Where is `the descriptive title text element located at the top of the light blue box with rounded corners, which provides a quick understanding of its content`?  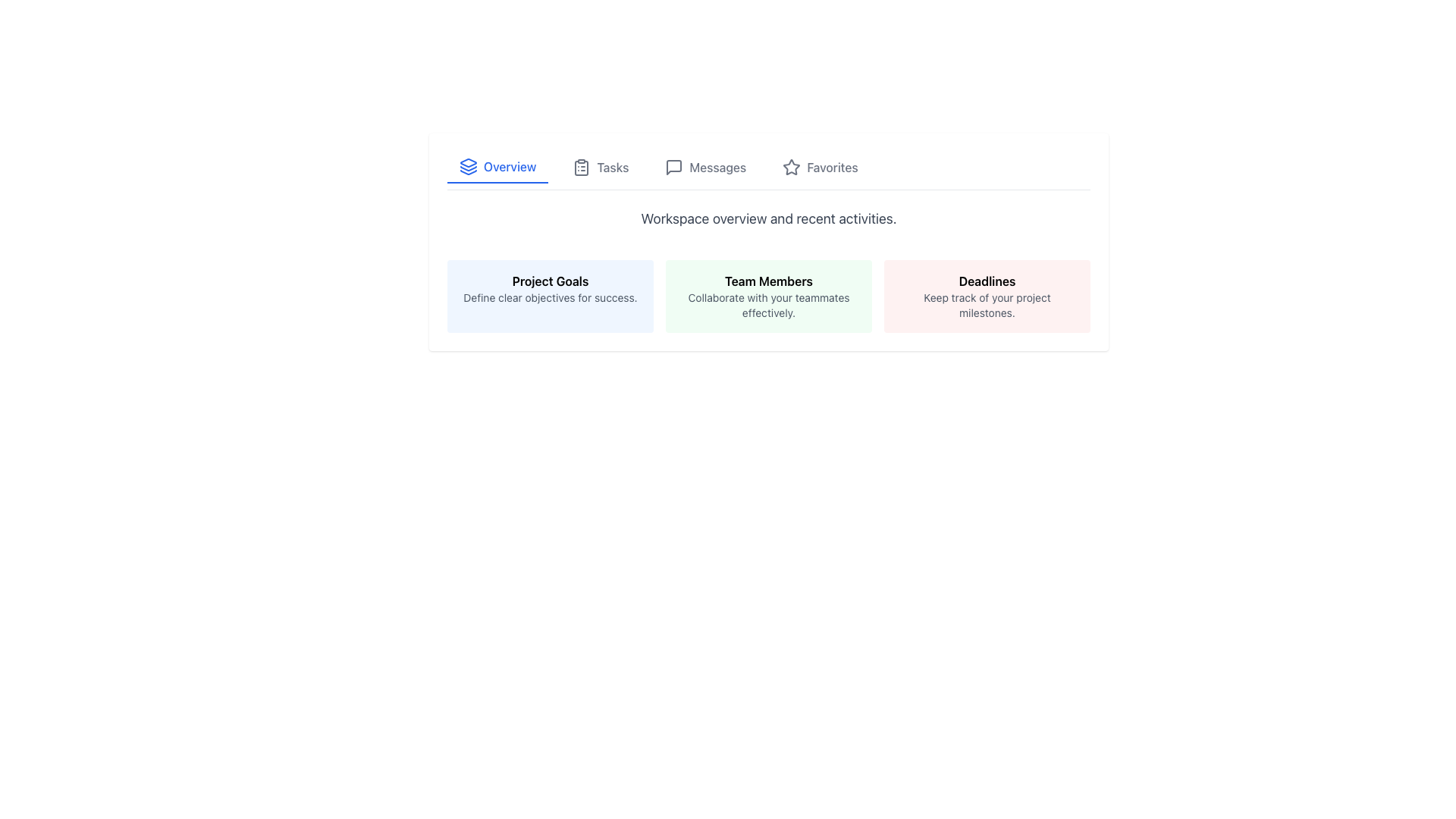
the descriptive title text element located at the top of the light blue box with rounded corners, which provides a quick understanding of its content is located at coordinates (549, 281).